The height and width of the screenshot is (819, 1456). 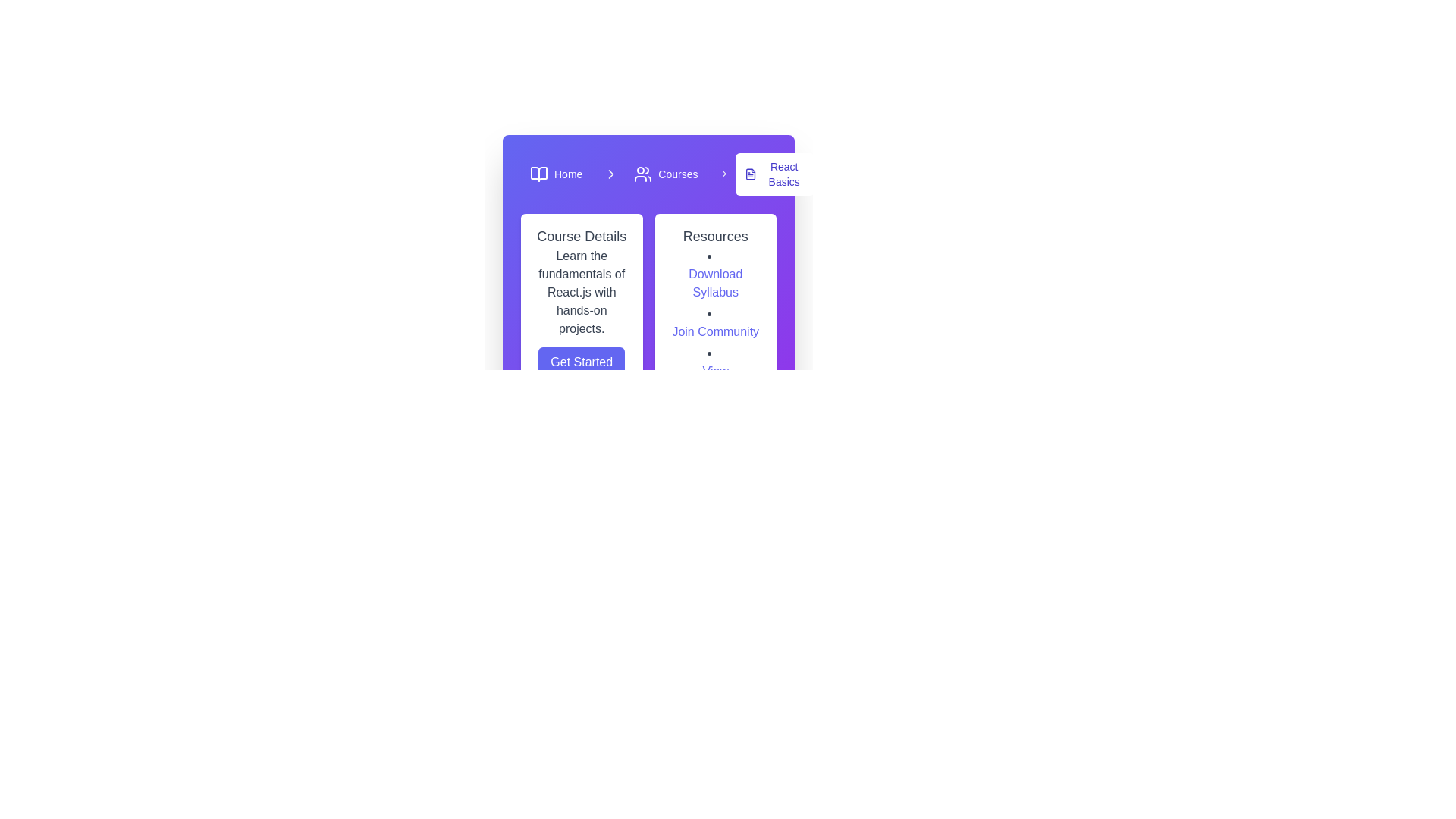 I want to click on text description of the Composite card titled 'Course Details', which is located in the left column of the grid below the navigation bar, so click(x=581, y=312).